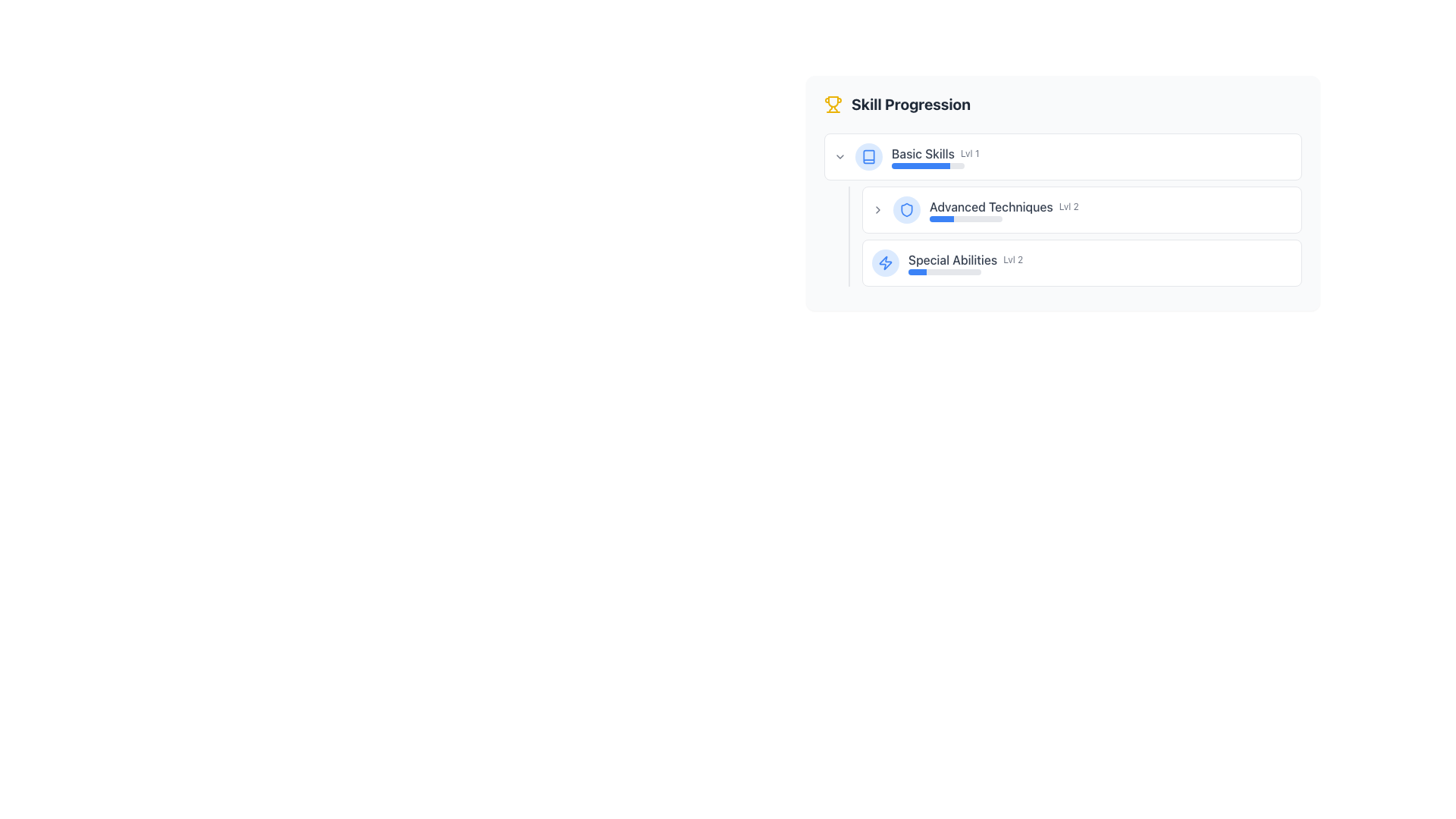  Describe the element at coordinates (969, 154) in the screenshot. I see `the Text Label displaying 'Lvl 1', which is styled in light gray and positioned adjacent to 'Basic Skills'` at that location.